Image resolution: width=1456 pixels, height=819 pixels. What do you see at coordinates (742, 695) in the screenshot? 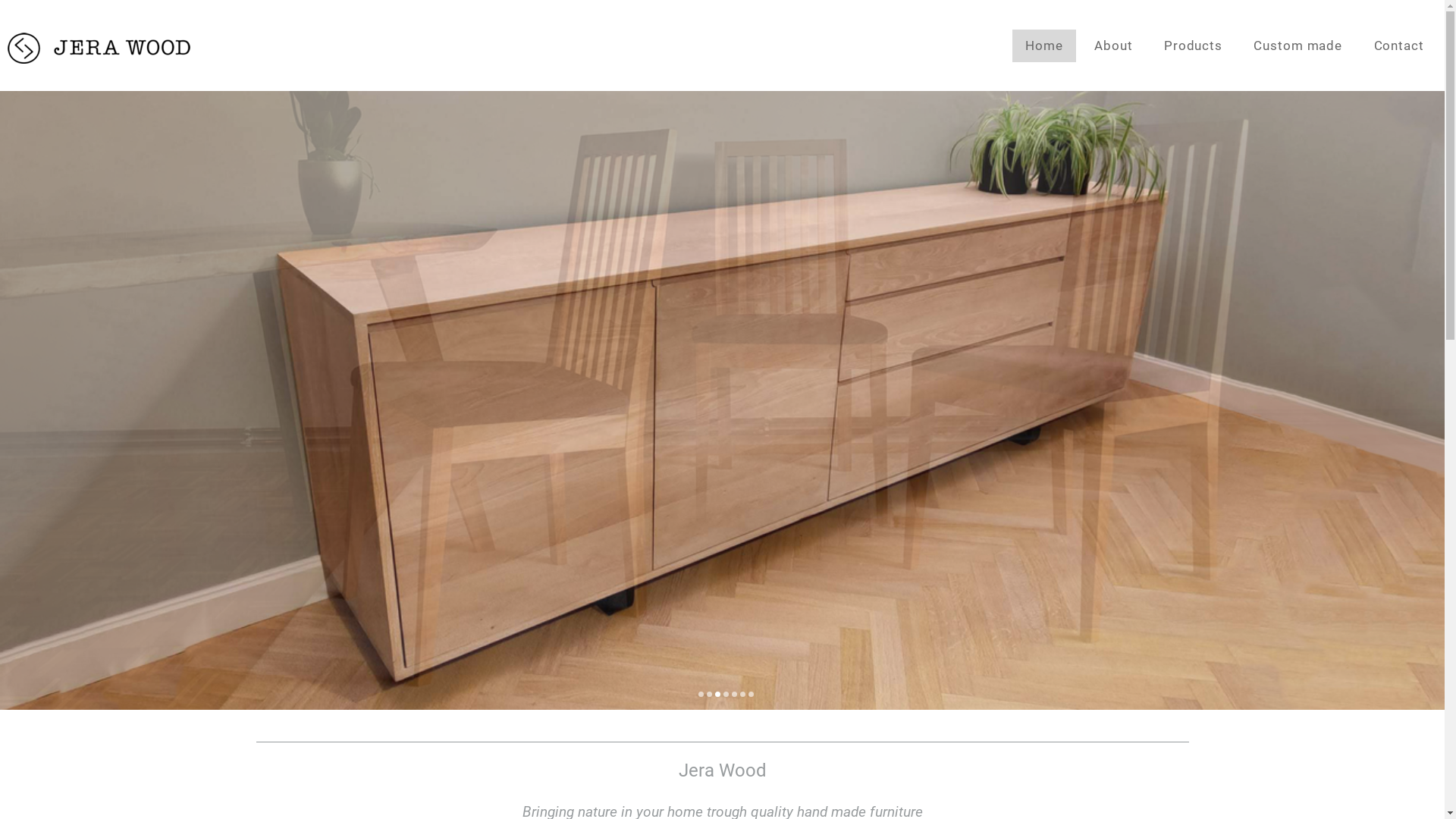
I see `'6'` at bounding box center [742, 695].